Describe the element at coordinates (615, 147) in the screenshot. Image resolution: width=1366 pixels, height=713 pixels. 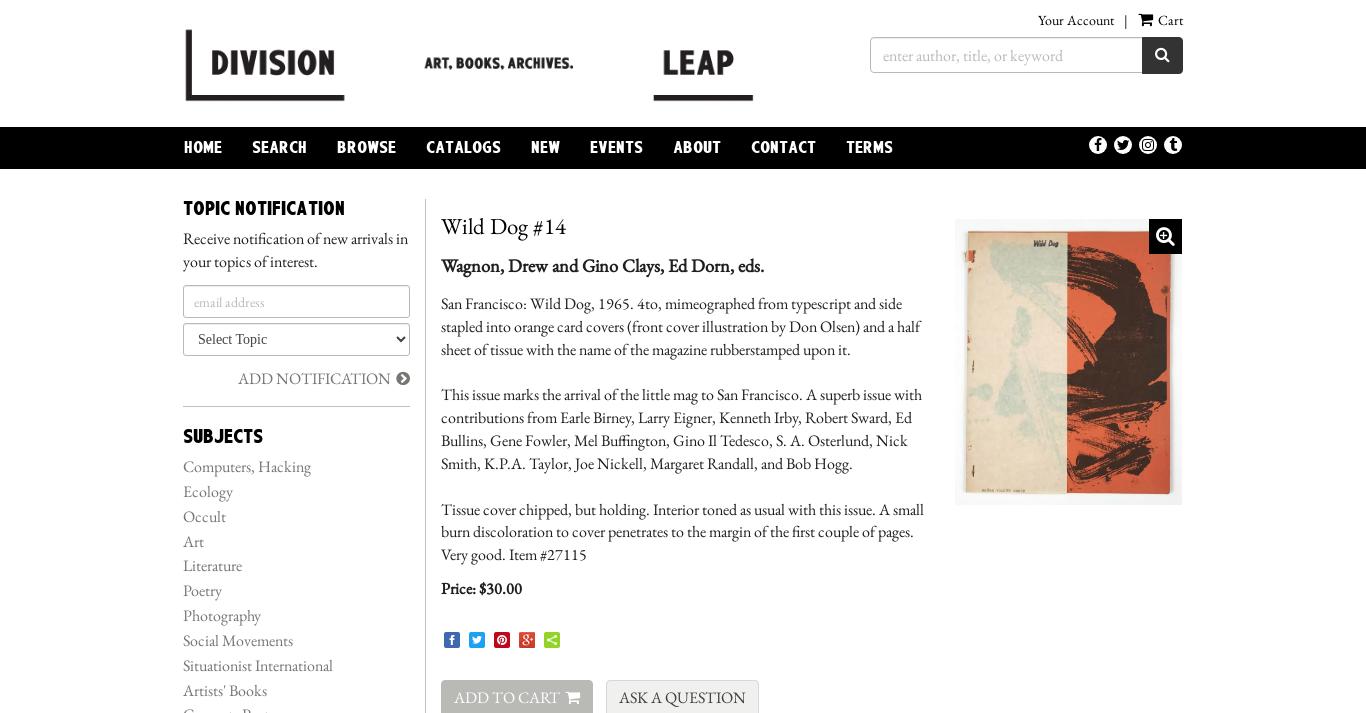
I see `'Events'` at that location.